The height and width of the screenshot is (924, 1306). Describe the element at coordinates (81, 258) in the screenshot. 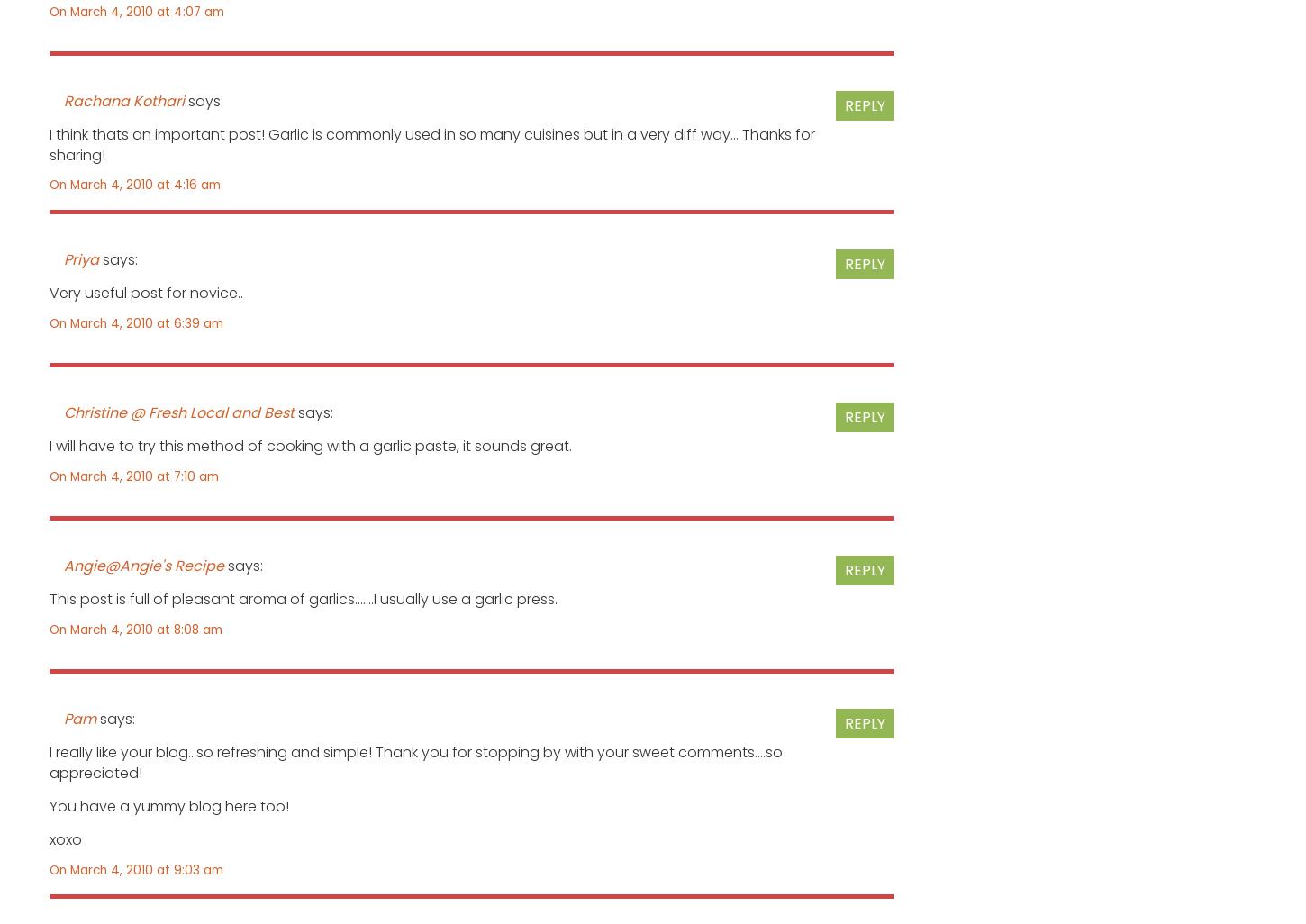

I see `'Priya'` at that location.